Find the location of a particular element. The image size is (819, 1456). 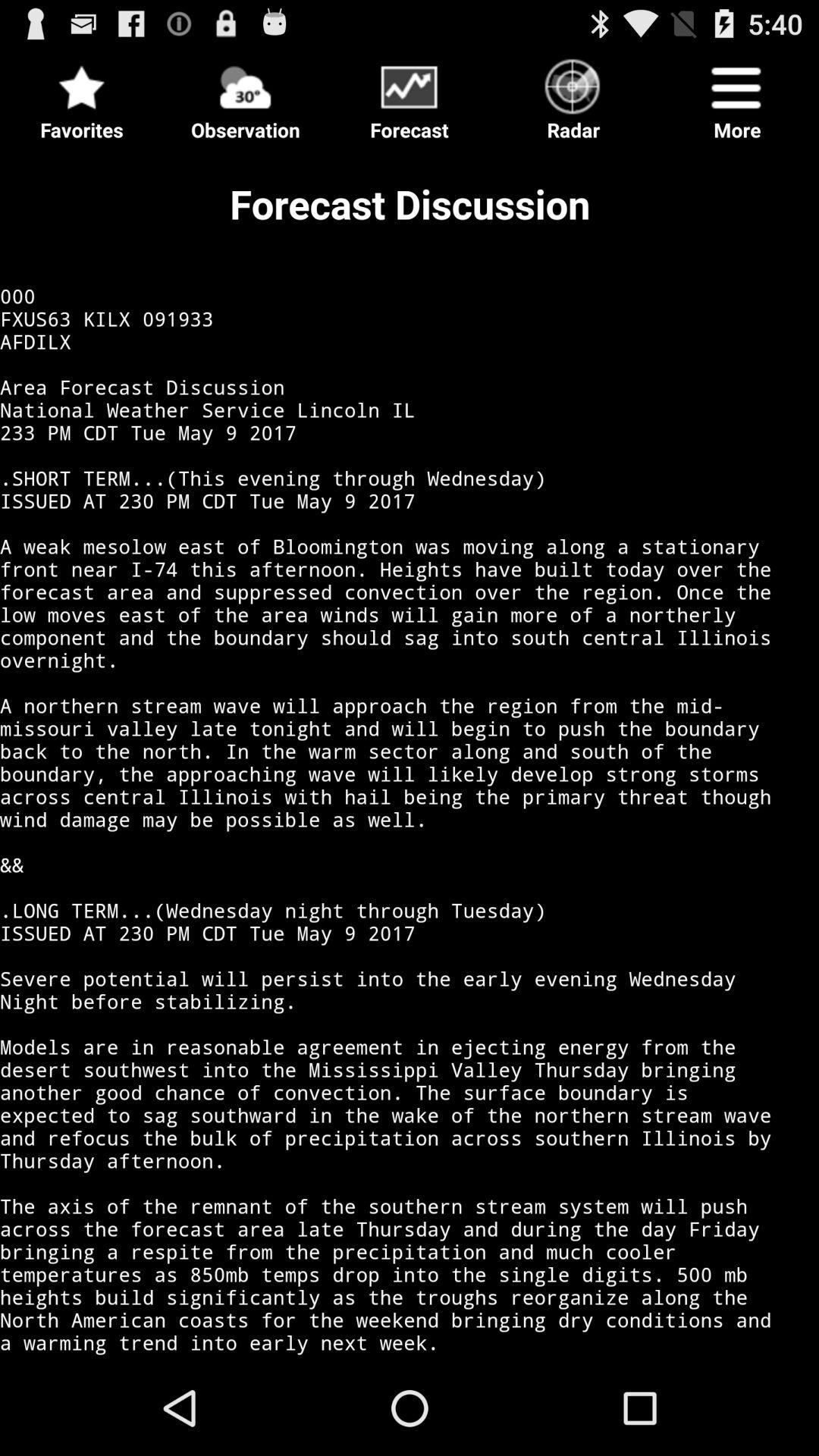

forecast discussion is located at coordinates (409, 754).